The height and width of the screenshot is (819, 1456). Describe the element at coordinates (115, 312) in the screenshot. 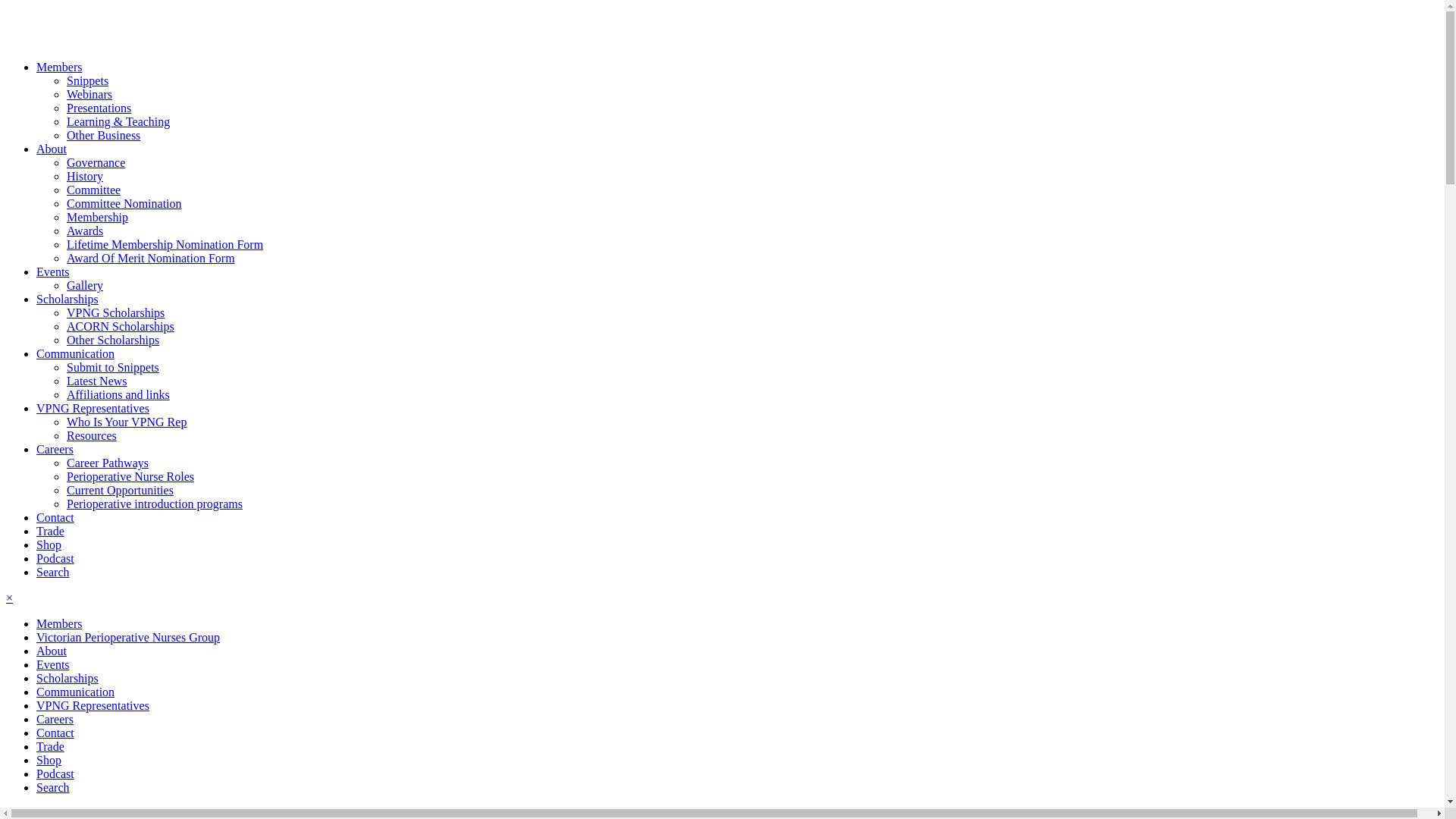

I see `'VPNG Scholarships'` at that location.